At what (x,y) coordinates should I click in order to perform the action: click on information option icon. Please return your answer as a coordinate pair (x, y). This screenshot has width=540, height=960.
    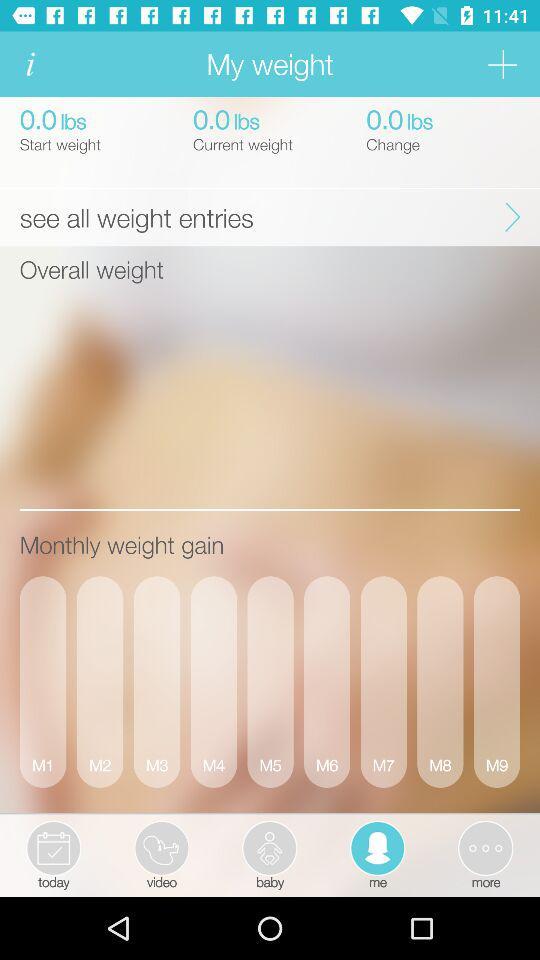
    Looking at the image, I should click on (29, 64).